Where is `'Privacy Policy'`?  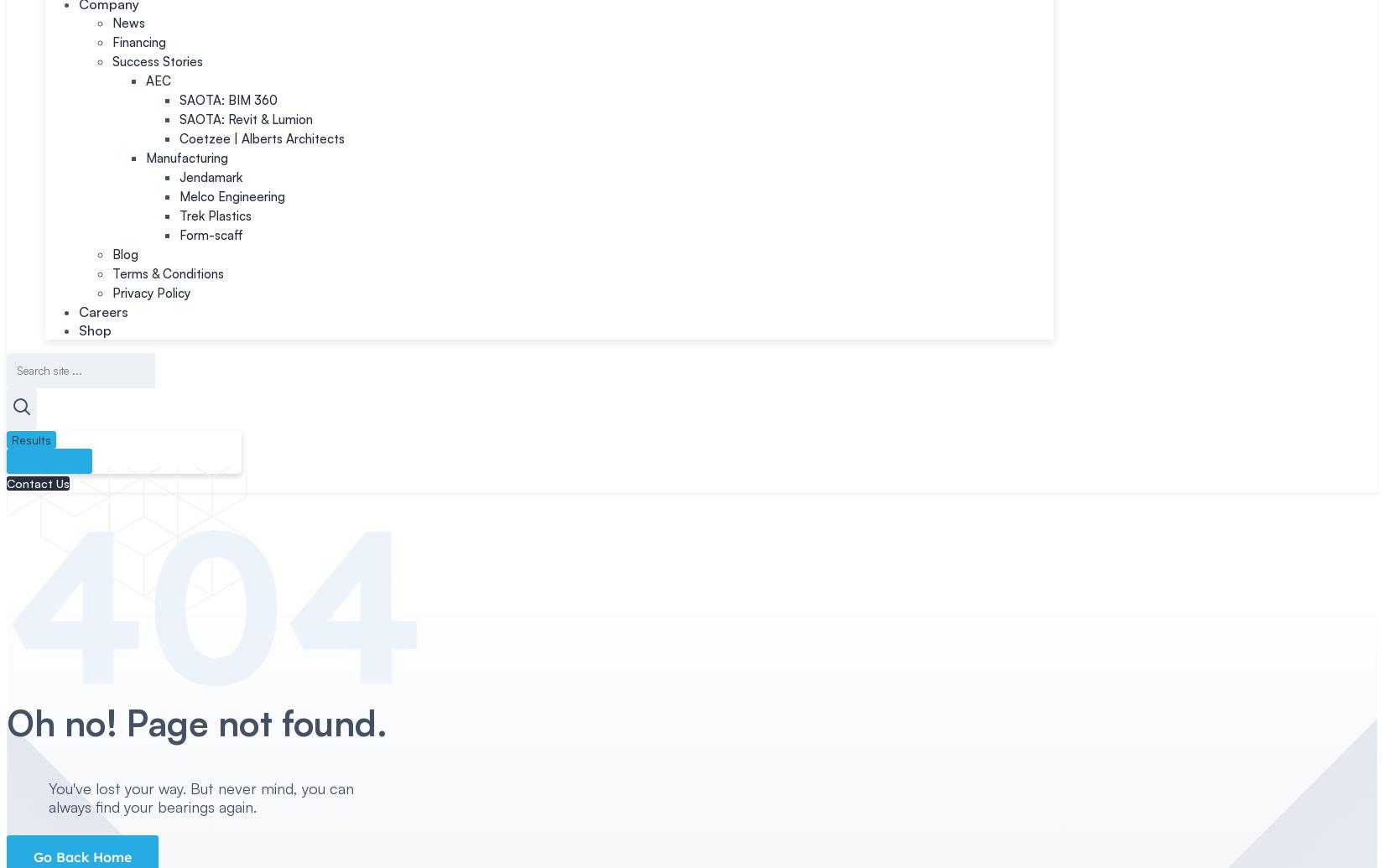
'Privacy Policy' is located at coordinates (151, 293).